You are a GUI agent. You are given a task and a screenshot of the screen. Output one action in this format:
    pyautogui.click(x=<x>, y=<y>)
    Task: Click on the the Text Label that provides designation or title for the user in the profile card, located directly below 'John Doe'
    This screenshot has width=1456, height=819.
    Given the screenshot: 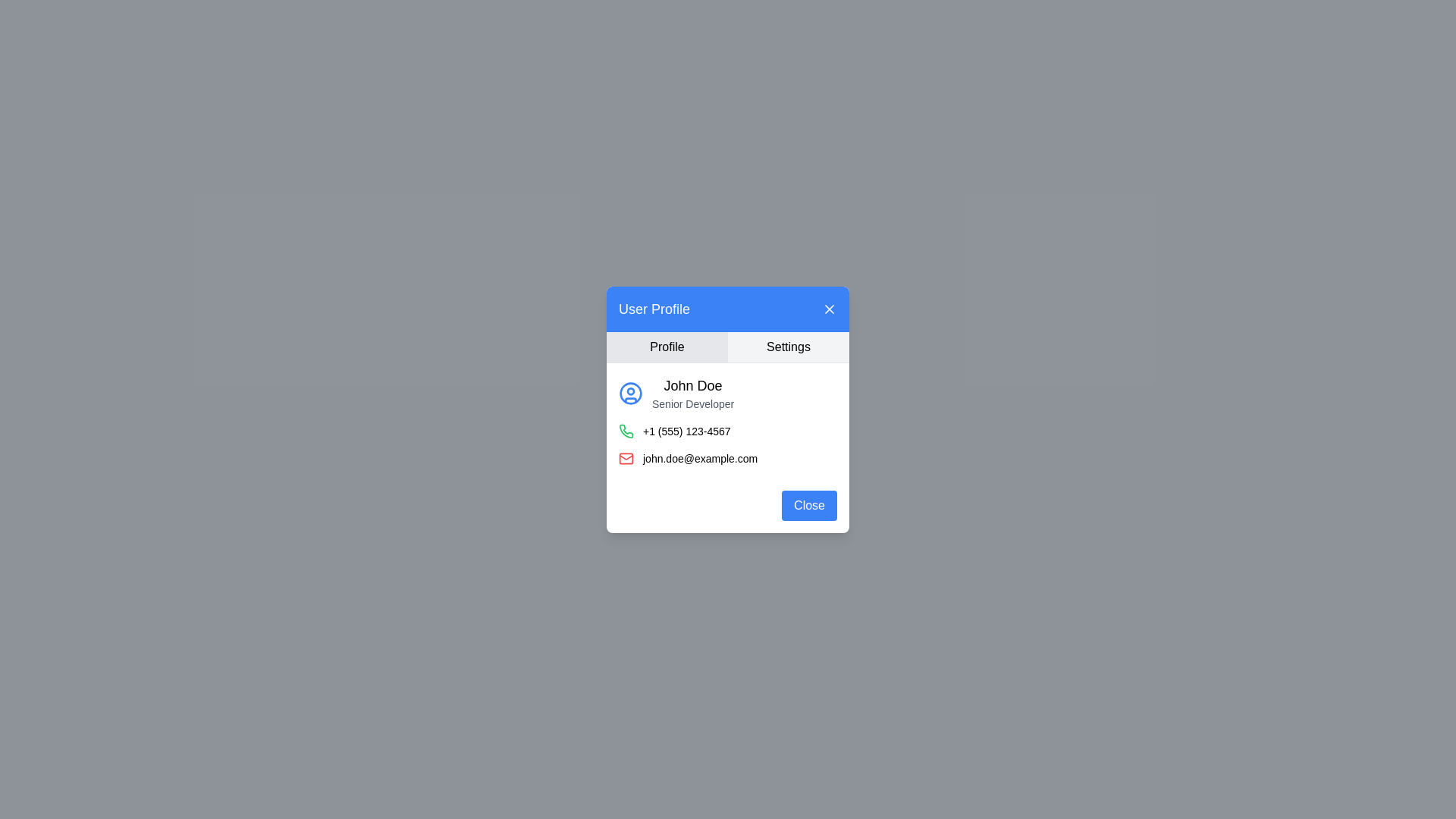 What is the action you would take?
    pyautogui.click(x=692, y=403)
    